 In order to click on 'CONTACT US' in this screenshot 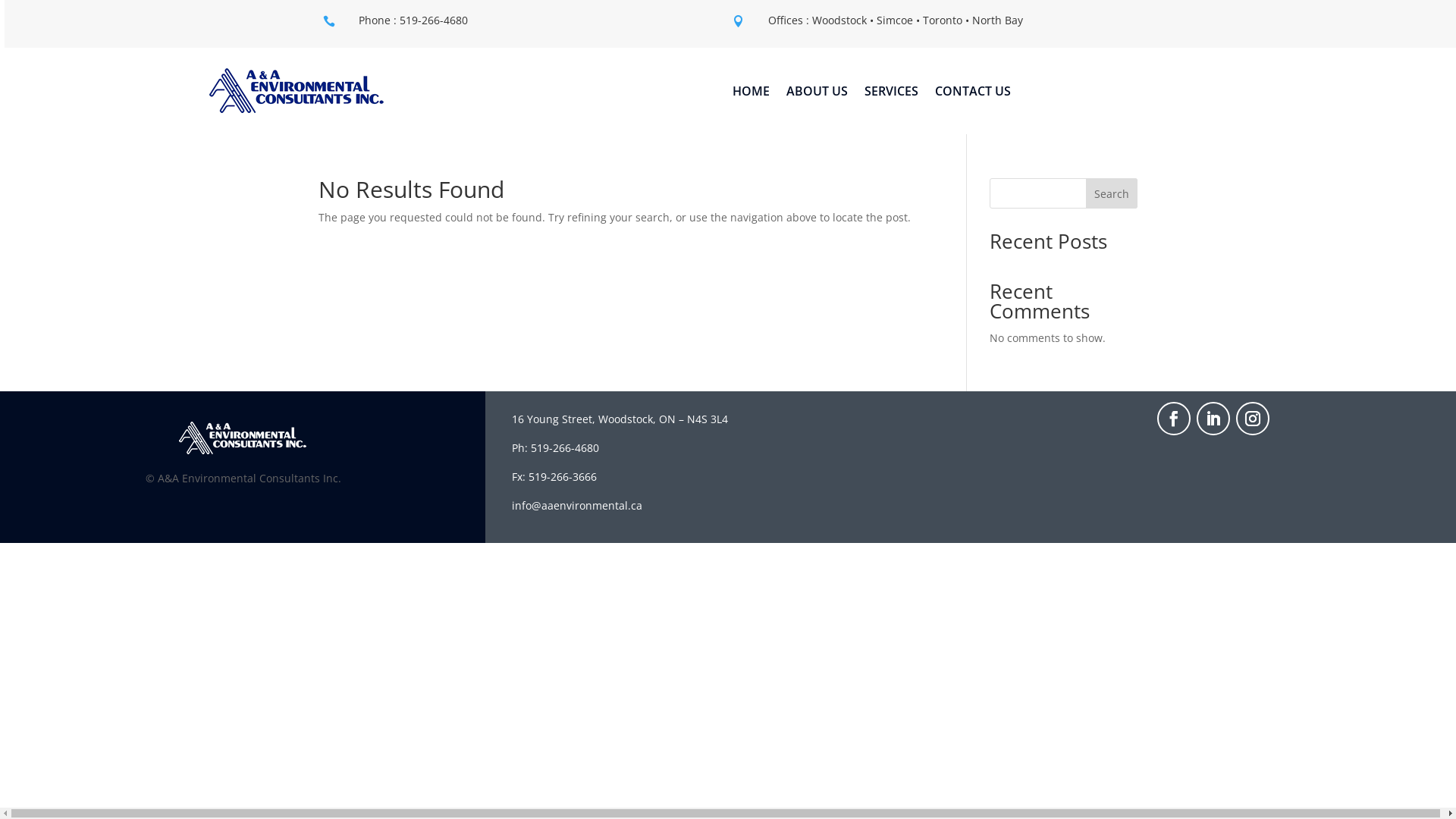, I will do `click(972, 93)`.